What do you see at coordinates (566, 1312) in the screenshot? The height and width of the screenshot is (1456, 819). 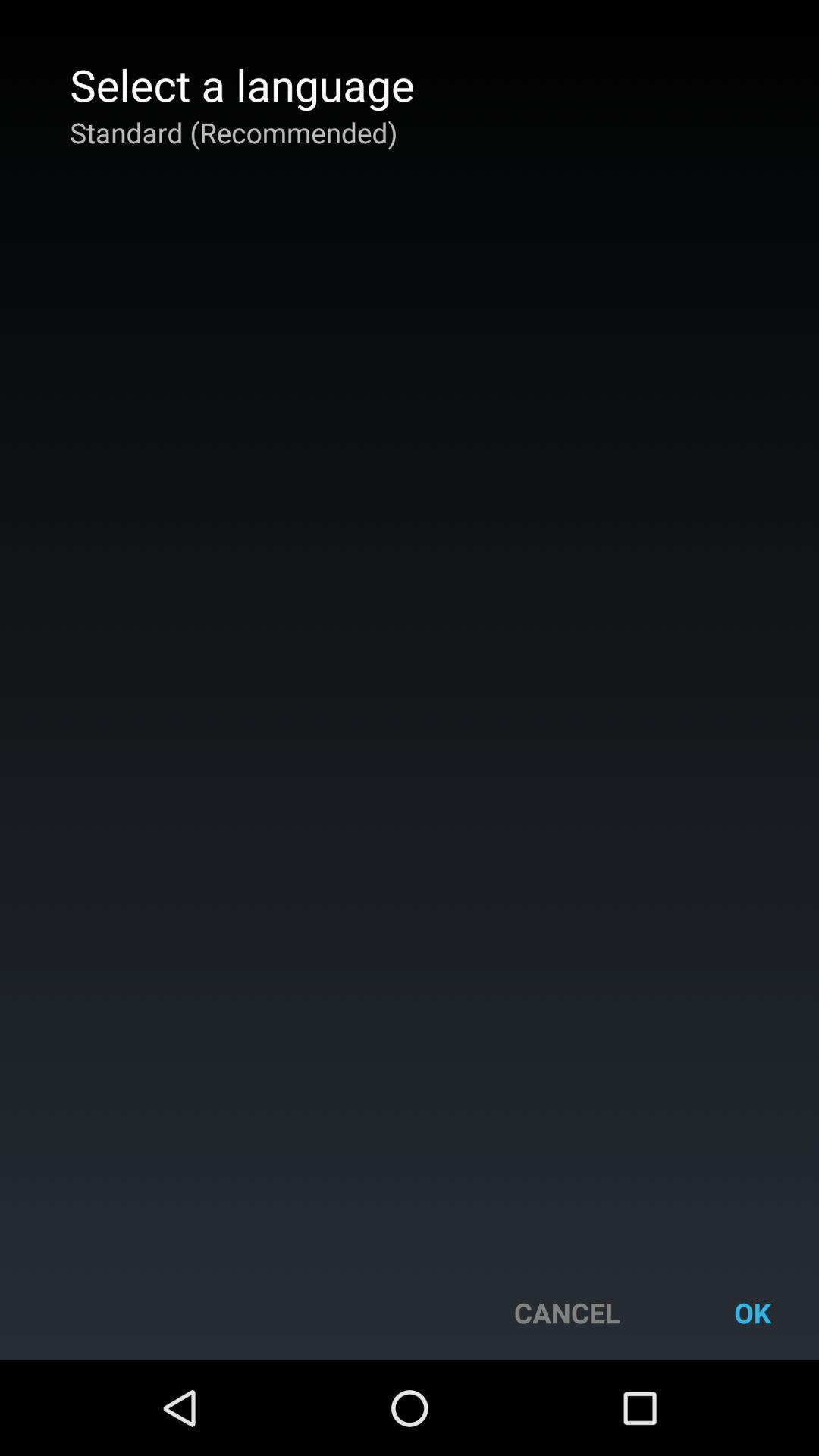 I see `cancel button` at bounding box center [566, 1312].